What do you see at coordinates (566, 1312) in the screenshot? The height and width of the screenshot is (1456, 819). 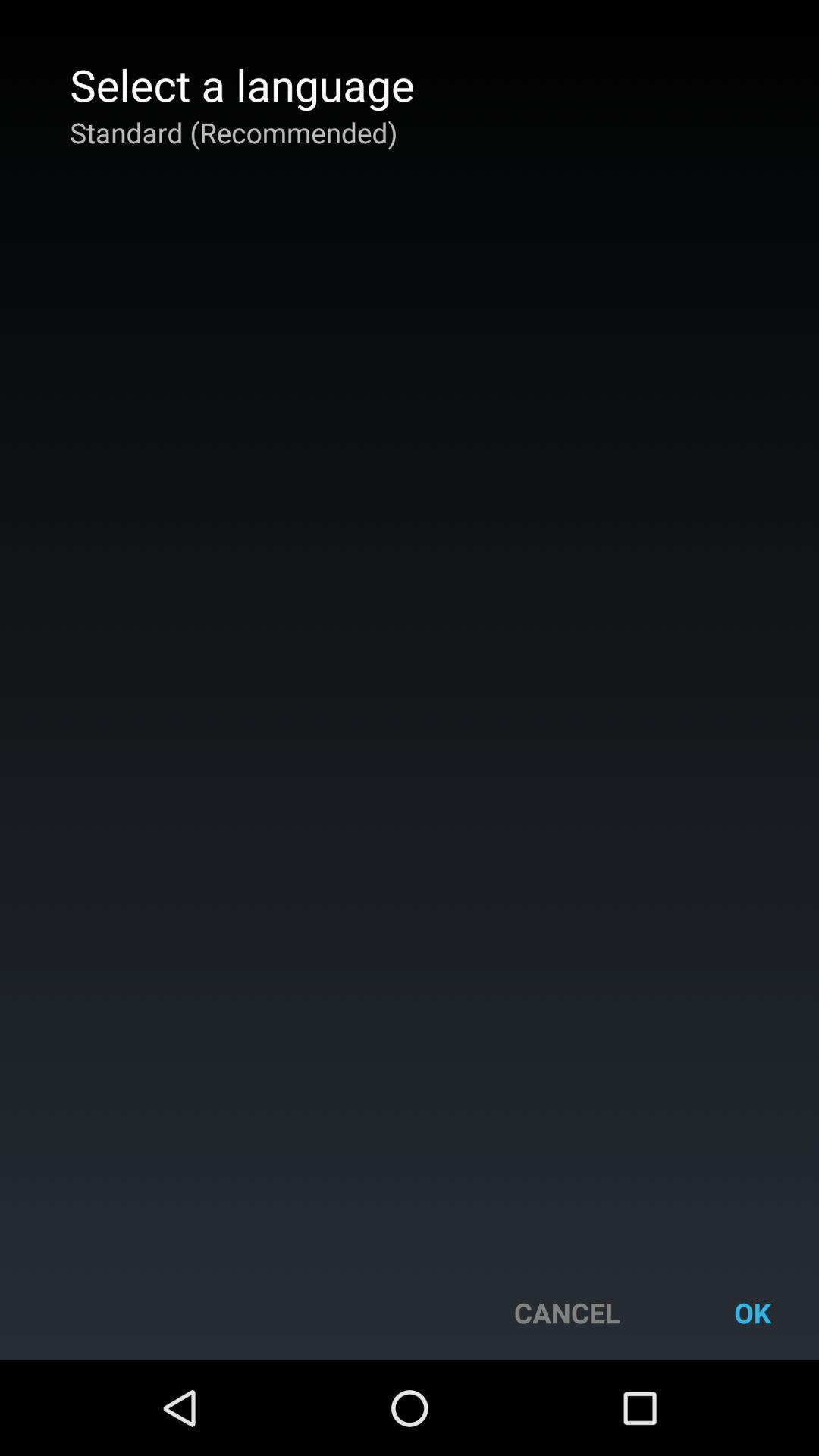 I see `cancel button` at bounding box center [566, 1312].